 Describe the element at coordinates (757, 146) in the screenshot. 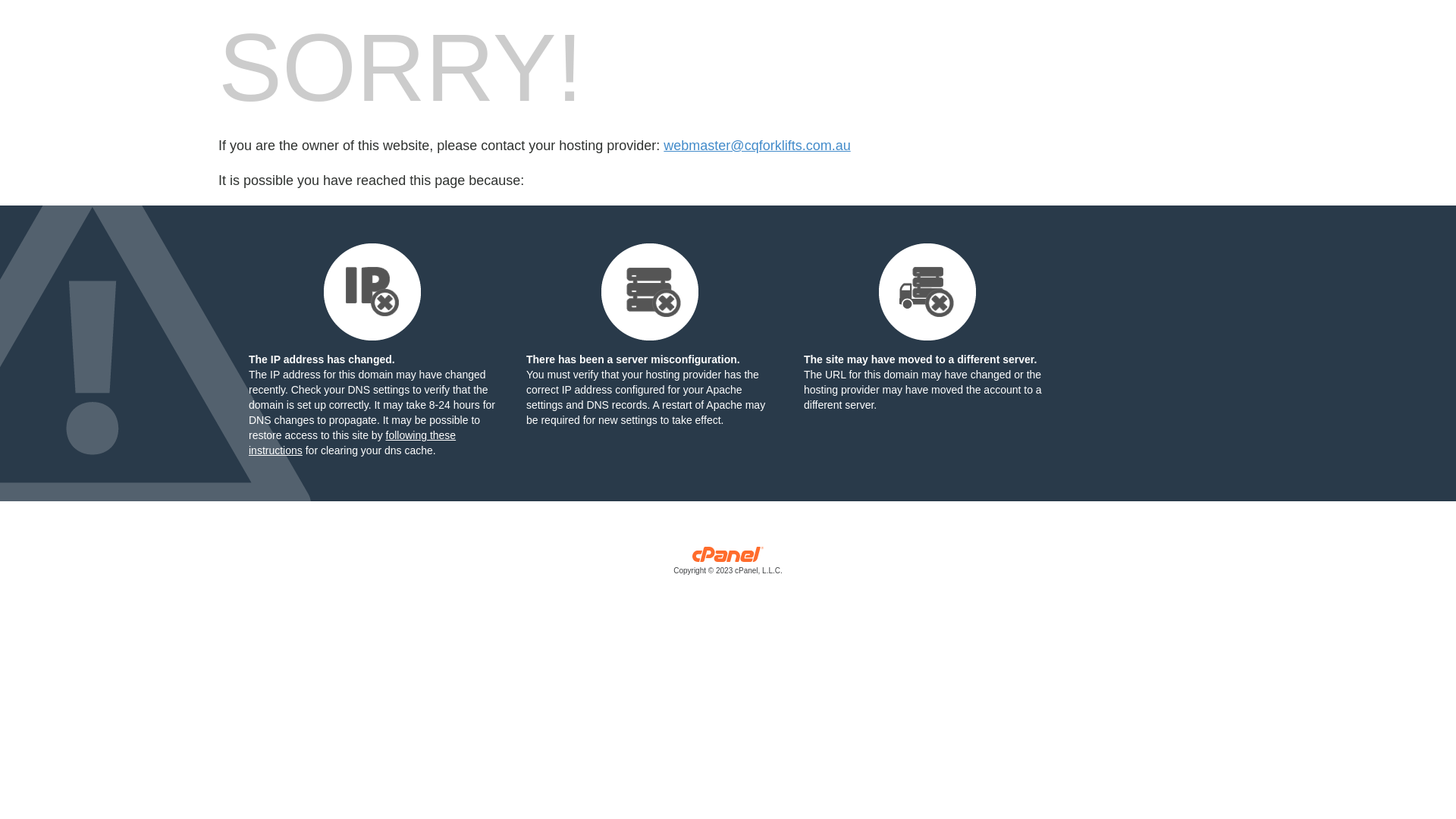

I see `'webmaster@cqforklifts.com.au'` at that location.